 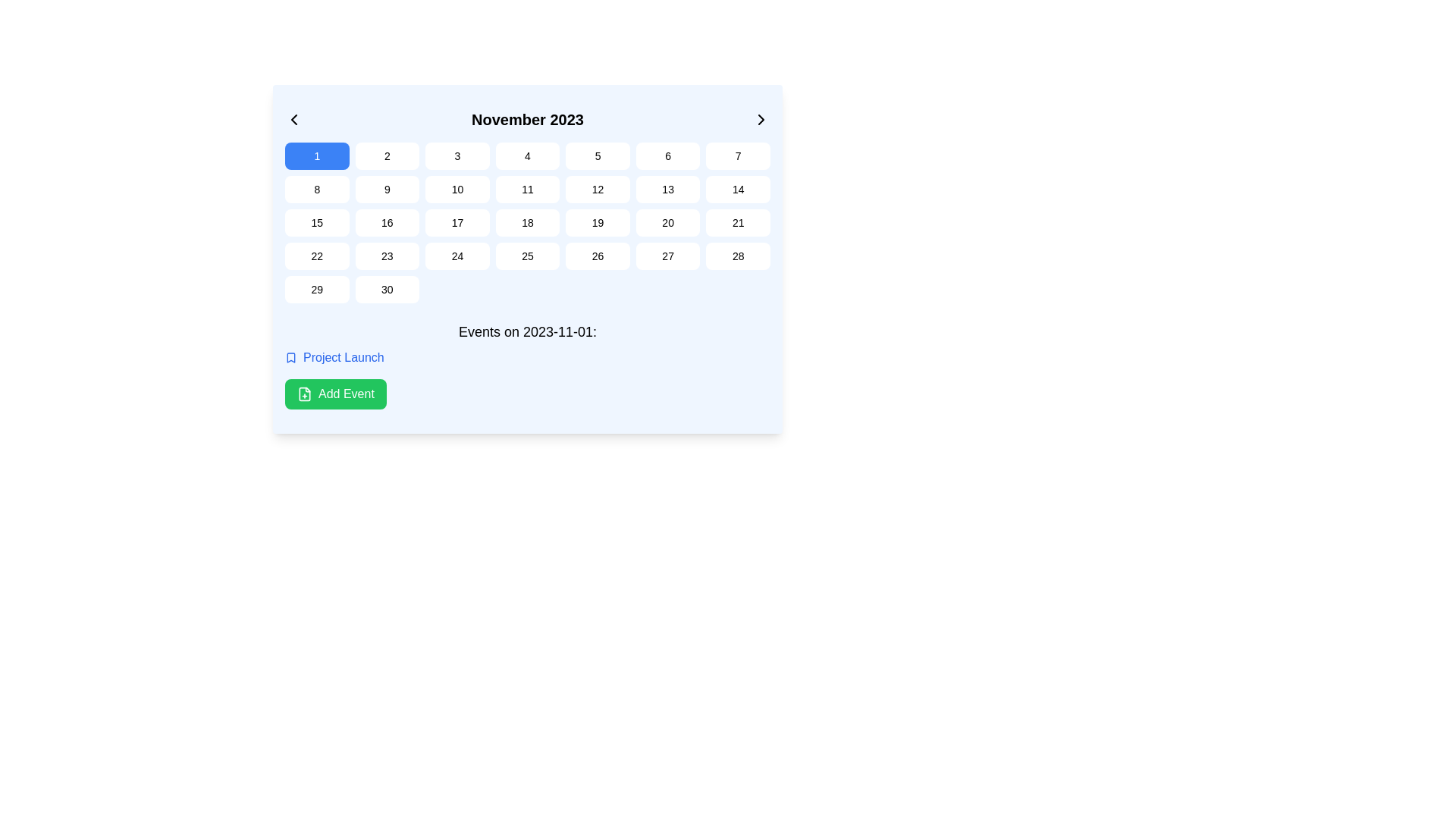 What do you see at coordinates (457, 155) in the screenshot?
I see `the calendar date box displaying the number '3'` at bounding box center [457, 155].